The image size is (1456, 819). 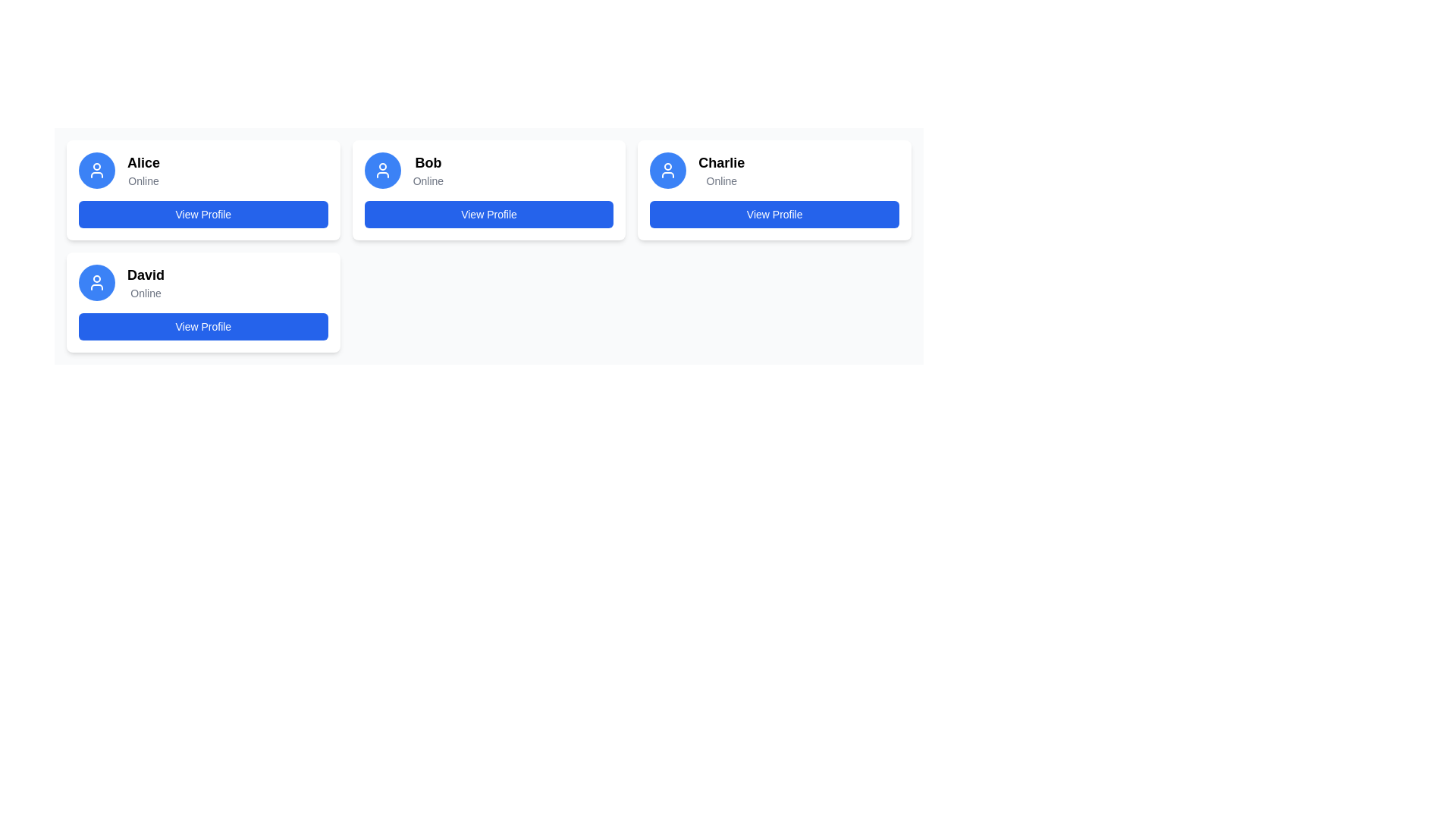 What do you see at coordinates (143, 170) in the screenshot?
I see `the text block displaying the user's name 'Alice' and status 'Online' in the first user's card` at bounding box center [143, 170].